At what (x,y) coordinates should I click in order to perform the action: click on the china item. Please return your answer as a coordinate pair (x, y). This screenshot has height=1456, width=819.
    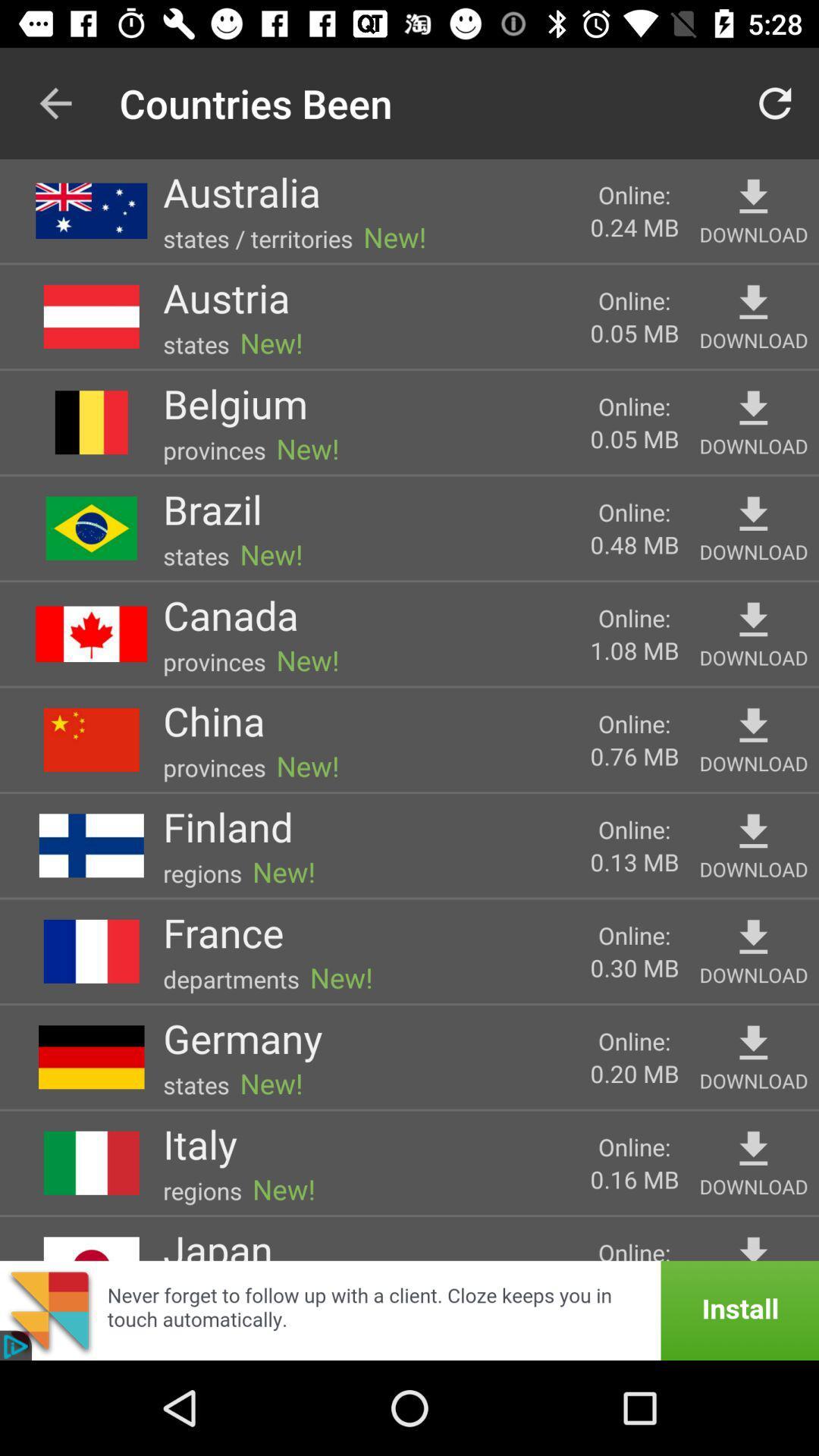
    Looking at the image, I should click on (214, 720).